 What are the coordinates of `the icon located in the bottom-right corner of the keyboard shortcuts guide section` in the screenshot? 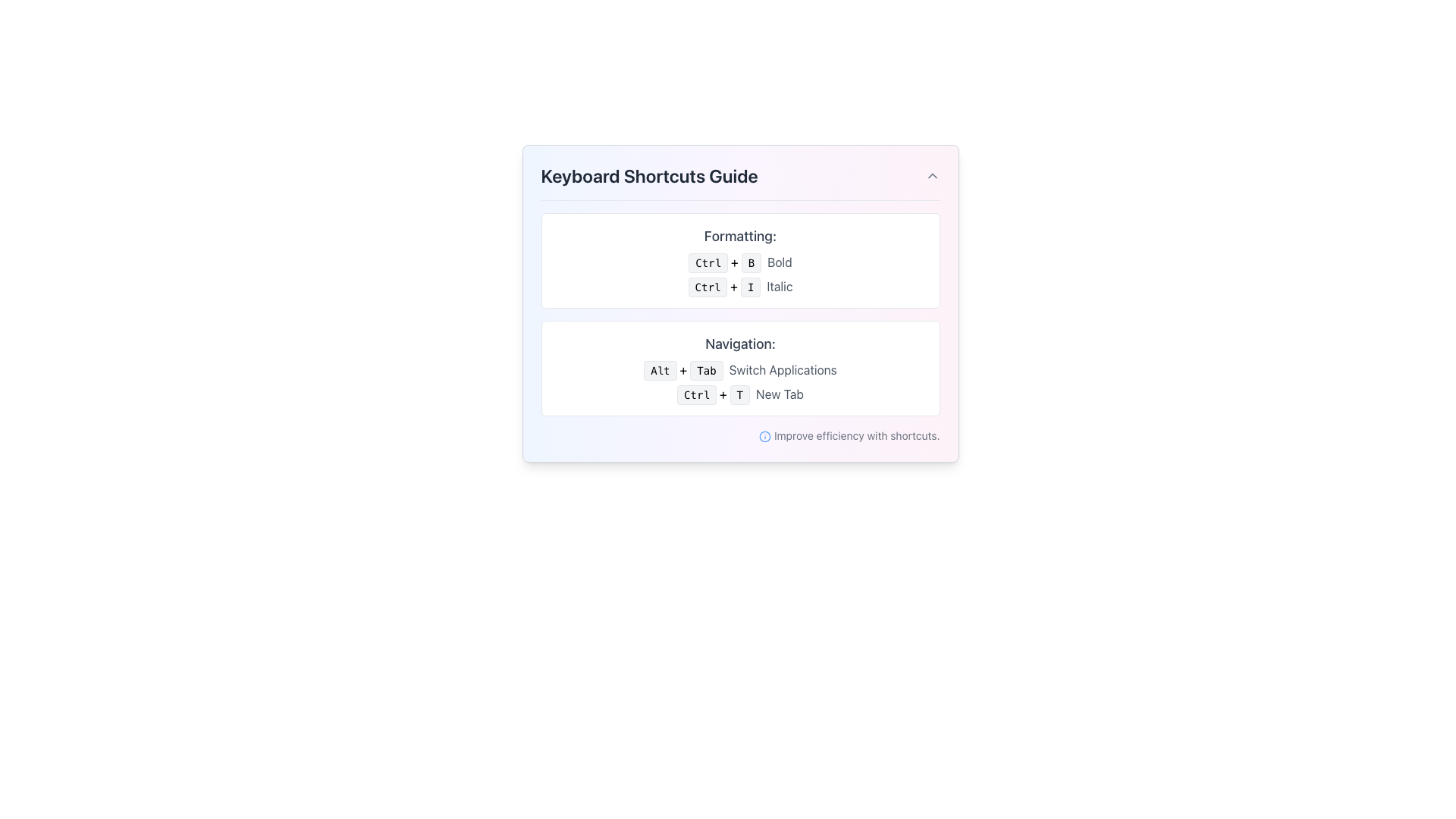 It's located at (764, 437).